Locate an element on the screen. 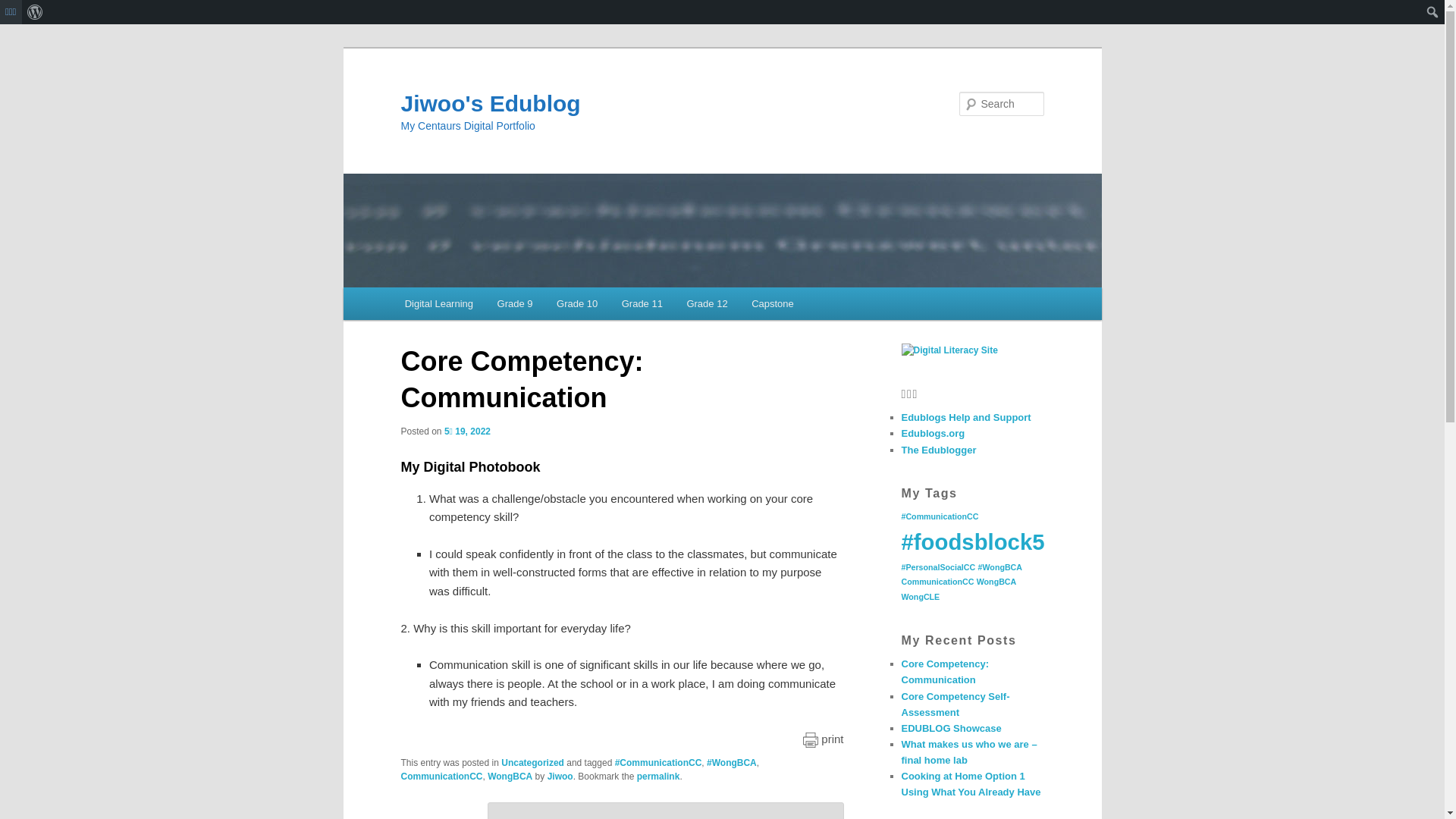 This screenshot has height=819, width=1456. 'Cooking at Home Option 1 Using What You Already Have' is located at coordinates (971, 783).